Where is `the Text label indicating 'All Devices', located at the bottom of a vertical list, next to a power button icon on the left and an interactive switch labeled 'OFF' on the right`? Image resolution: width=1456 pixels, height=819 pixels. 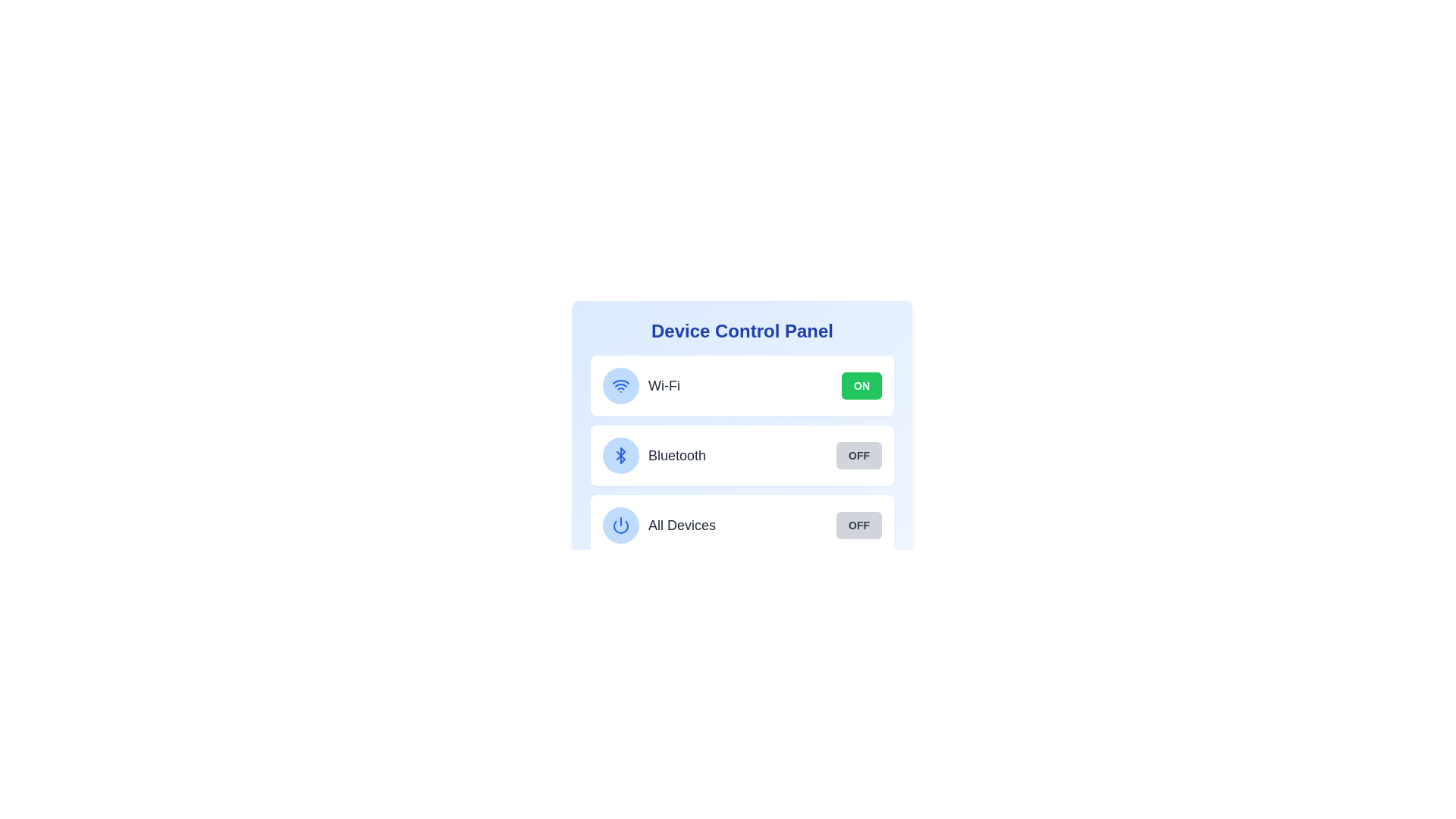
the Text label indicating 'All Devices', located at the bottom of a vertical list, next to a power button icon on the left and an interactive switch labeled 'OFF' on the right is located at coordinates (681, 525).